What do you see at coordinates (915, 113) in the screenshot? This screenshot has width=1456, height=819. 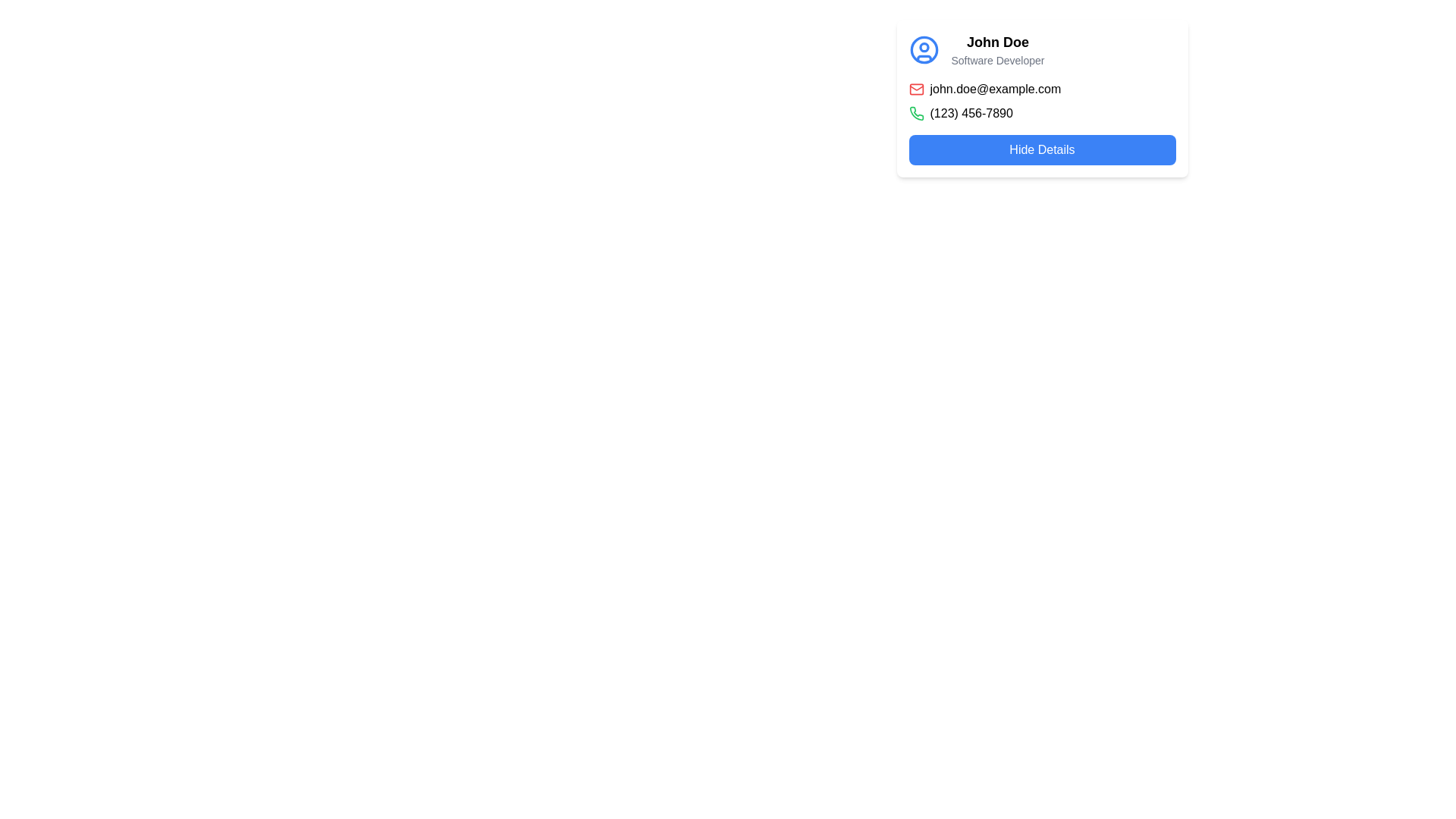 I see `the green phone icon with rounded edges that represents a telephone handset, located on the left of the text '(123) 456-7890'` at bounding box center [915, 113].